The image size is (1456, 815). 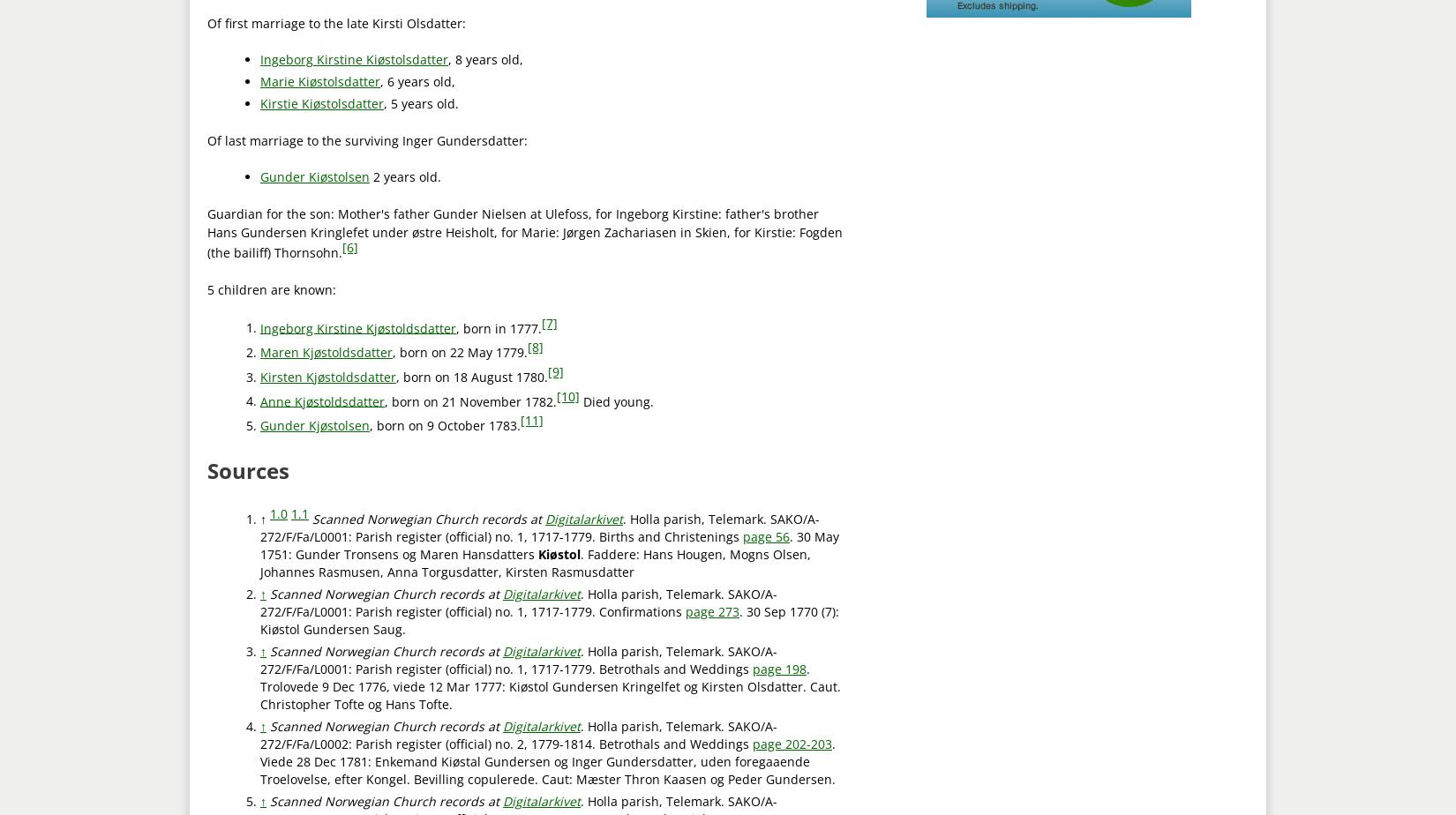 What do you see at coordinates (484, 59) in the screenshot?
I see `', 8 years old,'` at bounding box center [484, 59].